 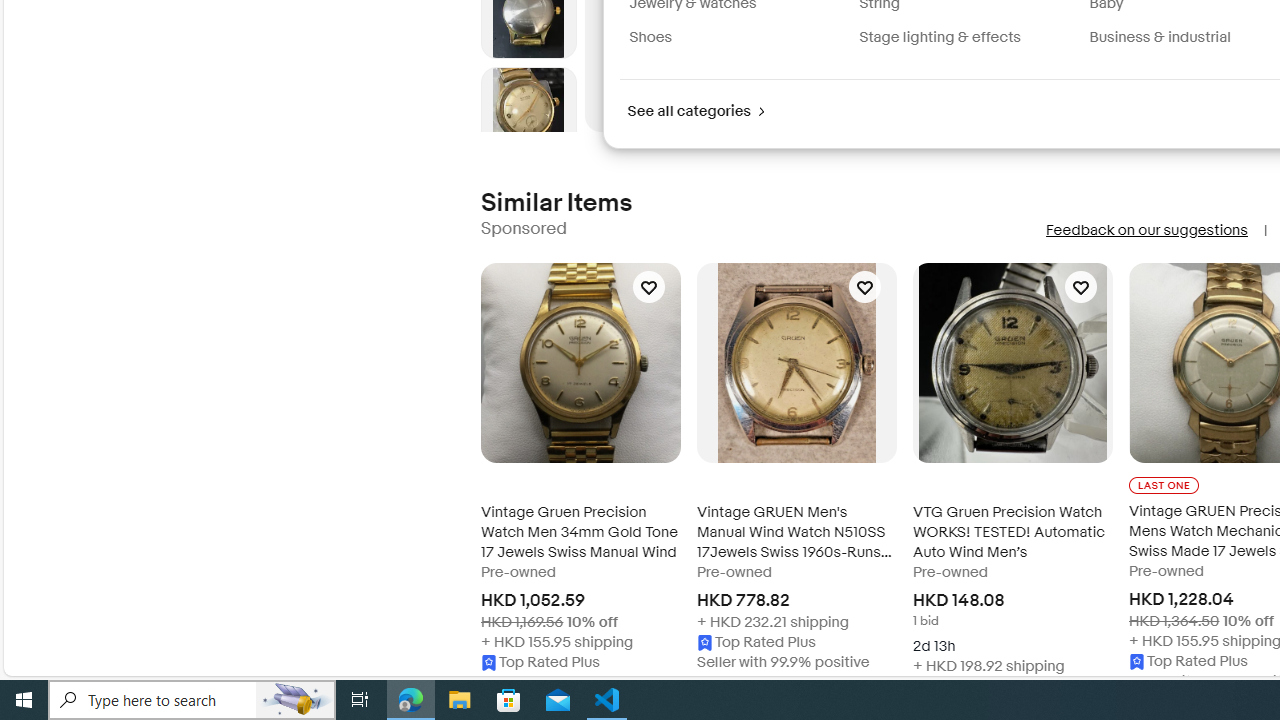 What do you see at coordinates (695, 111) in the screenshot?
I see `'See all categories'` at bounding box center [695, 111].